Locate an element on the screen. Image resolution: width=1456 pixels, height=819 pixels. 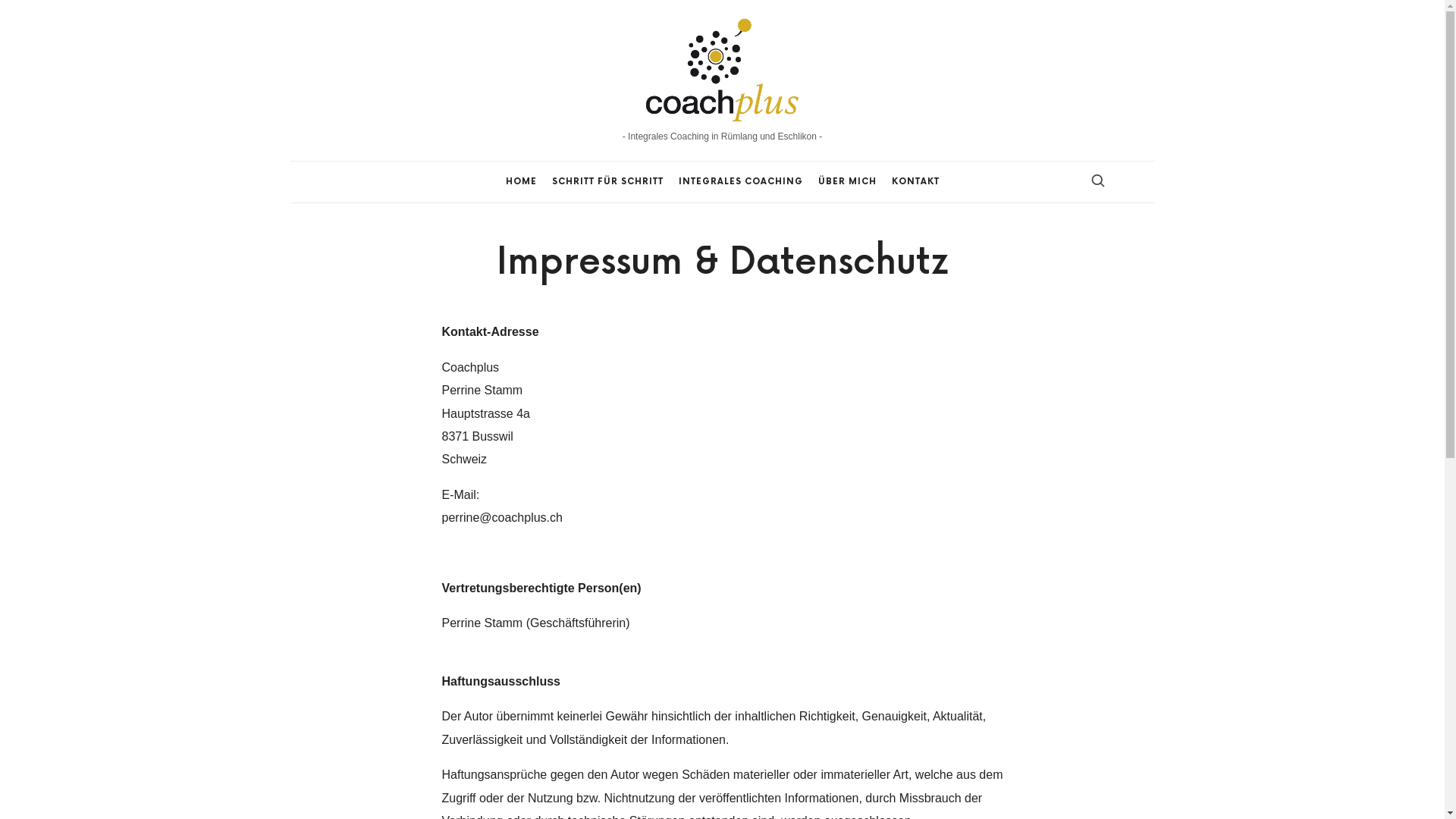
'CoachPlus von Perrine Stamm' is located at coordinates (721, 67).